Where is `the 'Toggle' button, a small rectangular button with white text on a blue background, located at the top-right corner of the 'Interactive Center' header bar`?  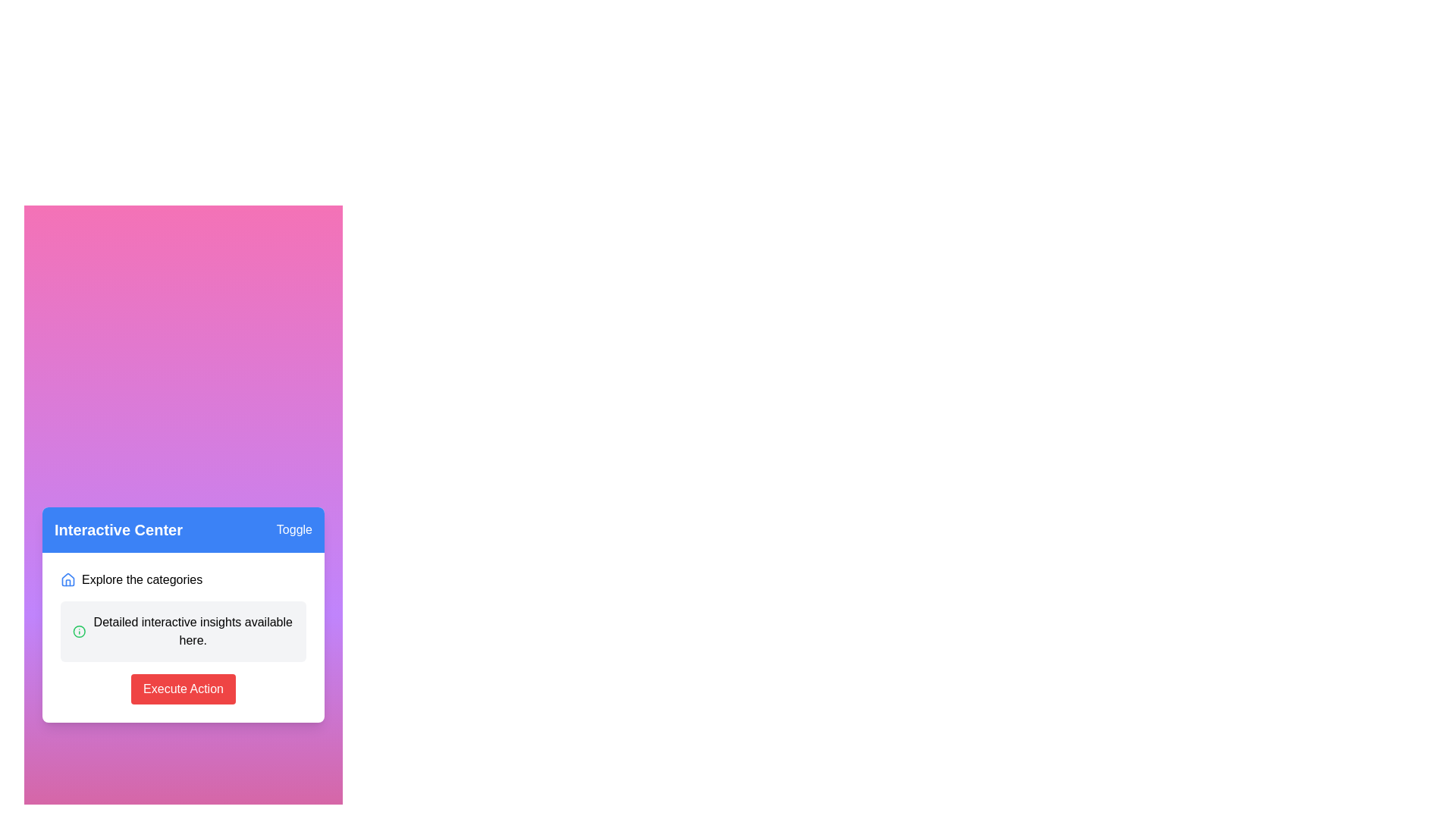
the 'Toggle' button, a small rectangular button with white text on a blue background, located at the top-right corner of the 'Interactive Center' header bar is located at coordinates (294, 529).